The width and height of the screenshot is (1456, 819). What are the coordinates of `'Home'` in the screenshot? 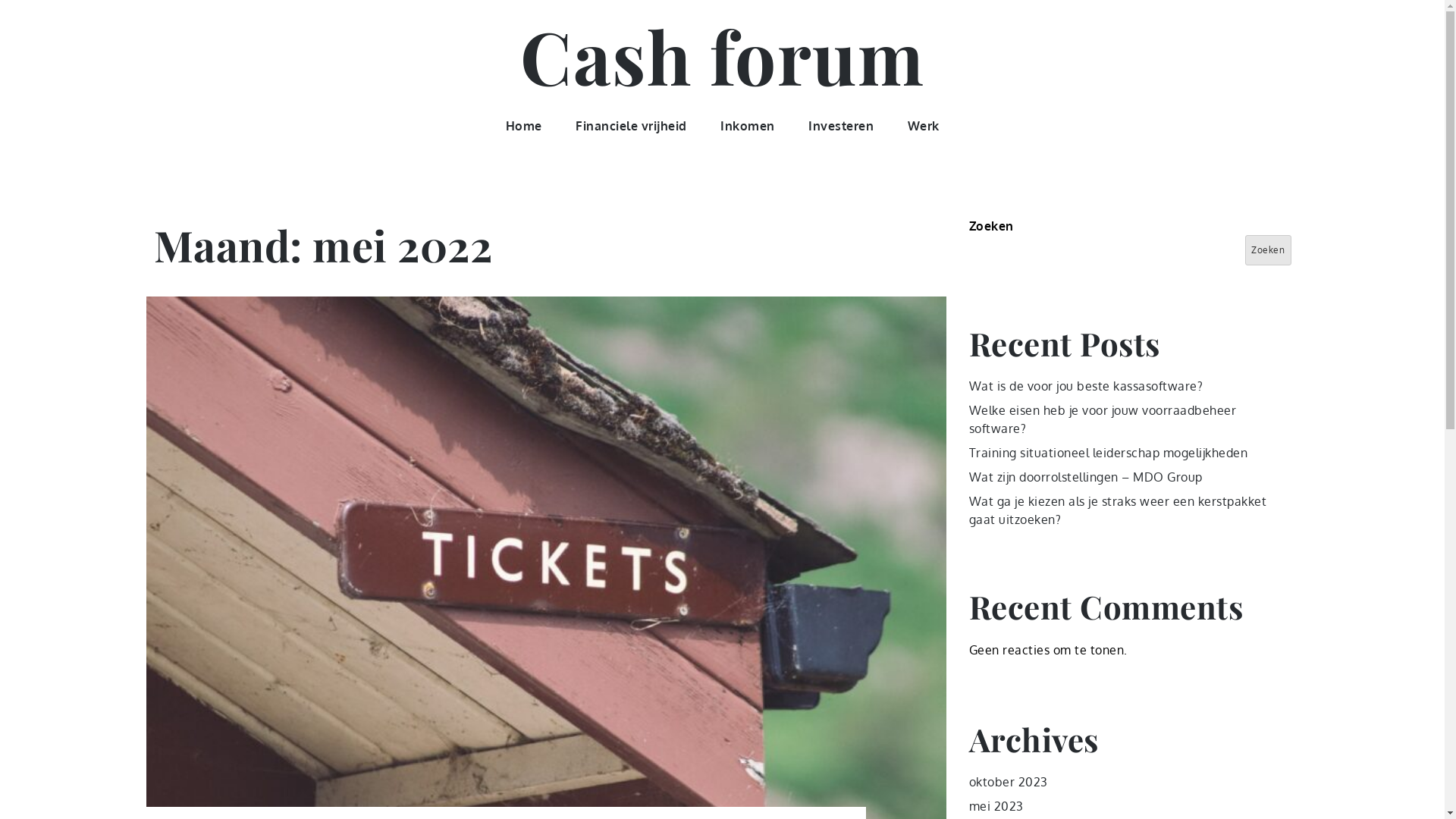 It's located at (523, 124).